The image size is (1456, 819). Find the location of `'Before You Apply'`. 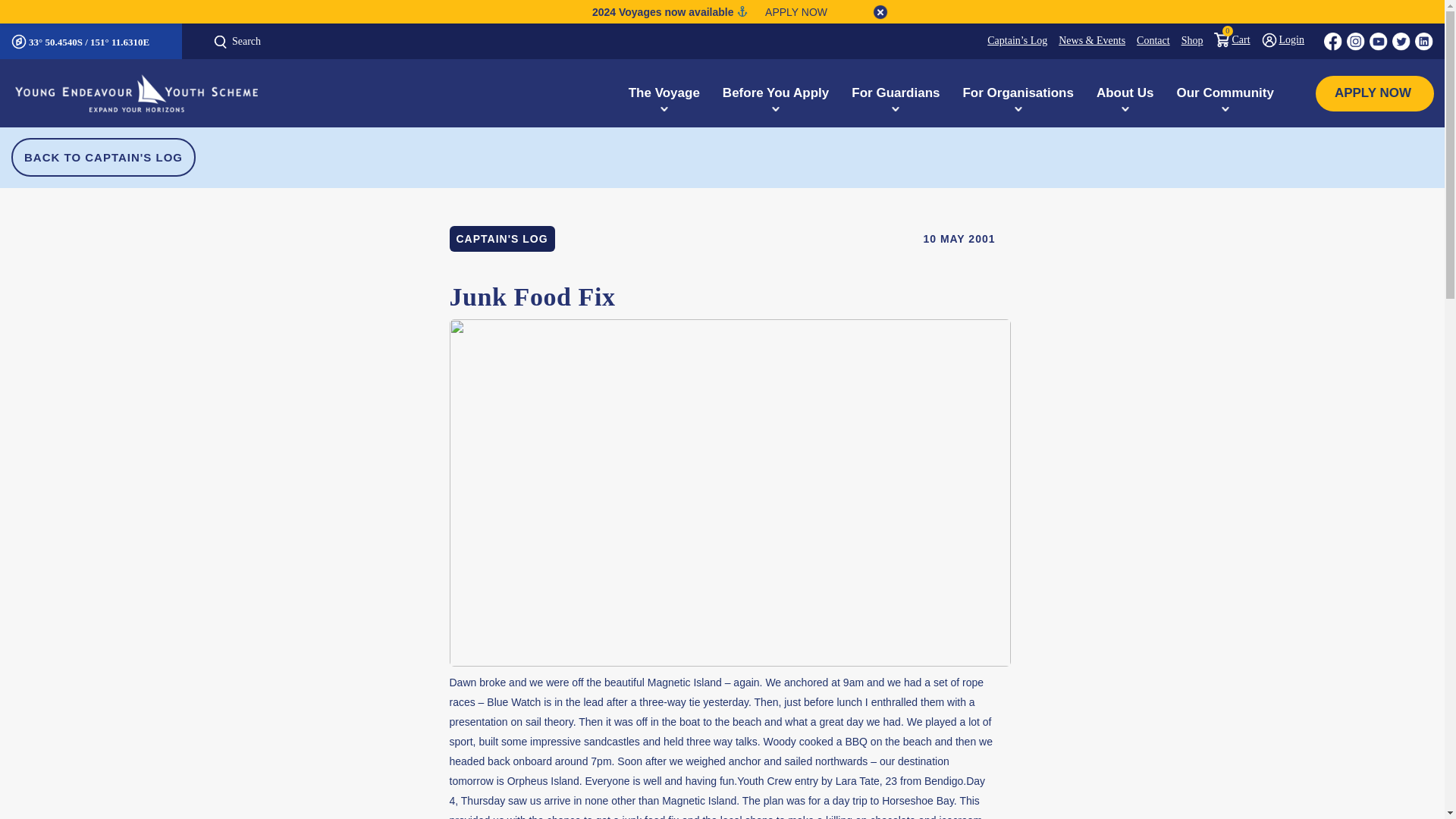

'Before You Apply' is located at coordinates (775, 93).